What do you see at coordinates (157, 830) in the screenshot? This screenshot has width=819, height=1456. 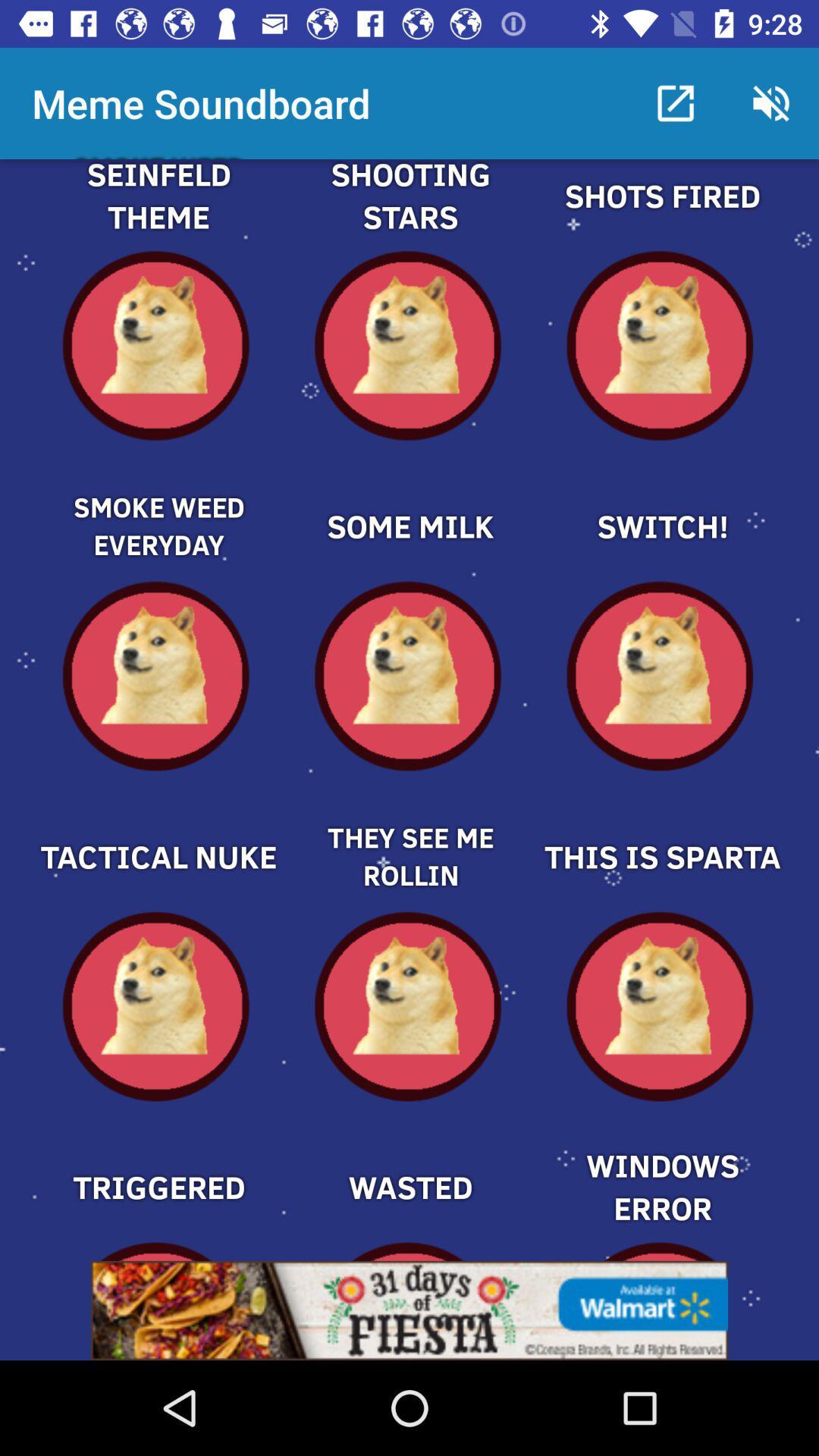 I see `to select the particular item` at bounding box center [157, 830].